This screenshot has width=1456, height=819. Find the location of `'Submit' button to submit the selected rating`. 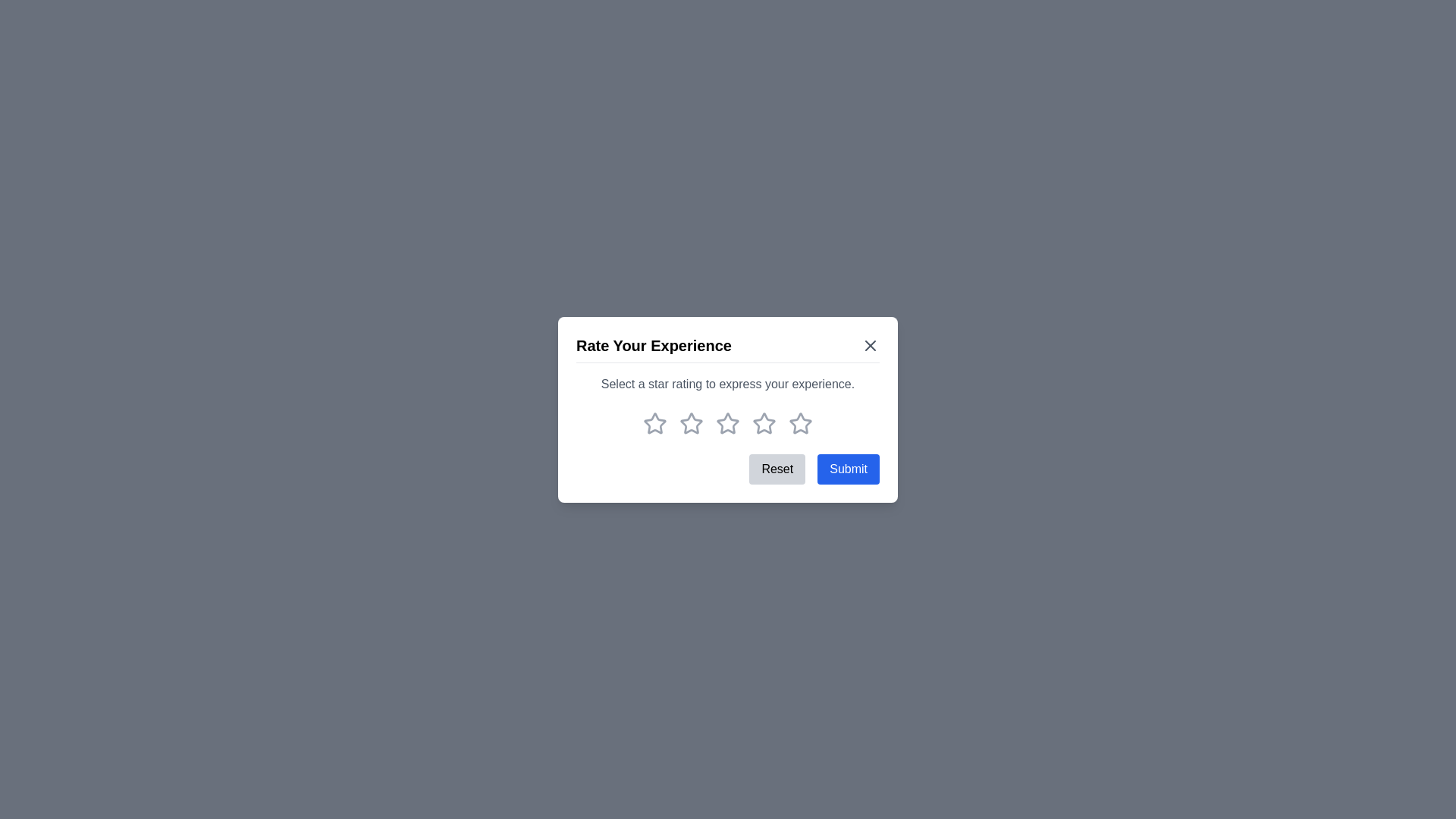

'Submit' button to submit the selected rating is located at coordinates (847, 467).